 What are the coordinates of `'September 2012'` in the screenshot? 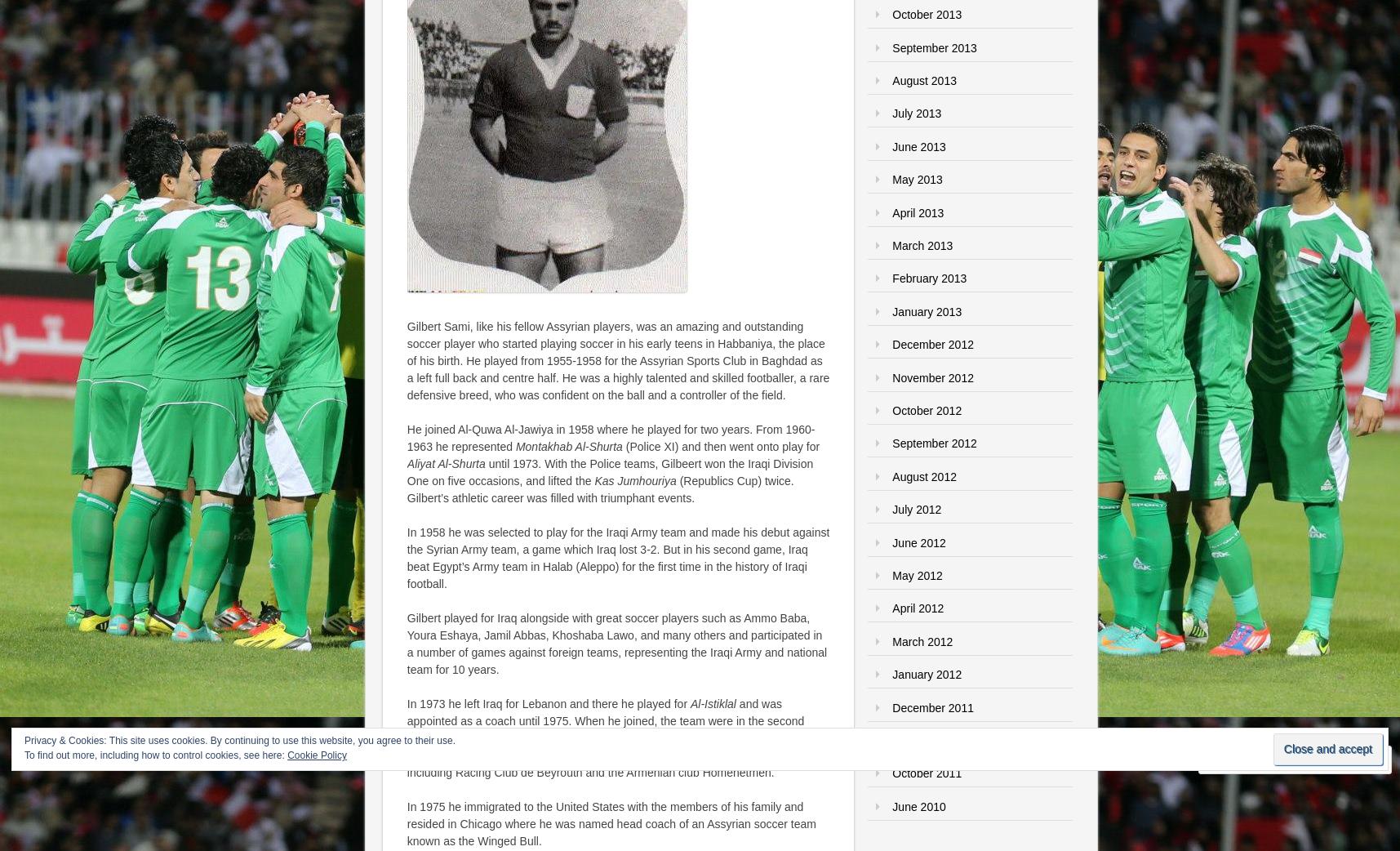 It's located at (934, 442).